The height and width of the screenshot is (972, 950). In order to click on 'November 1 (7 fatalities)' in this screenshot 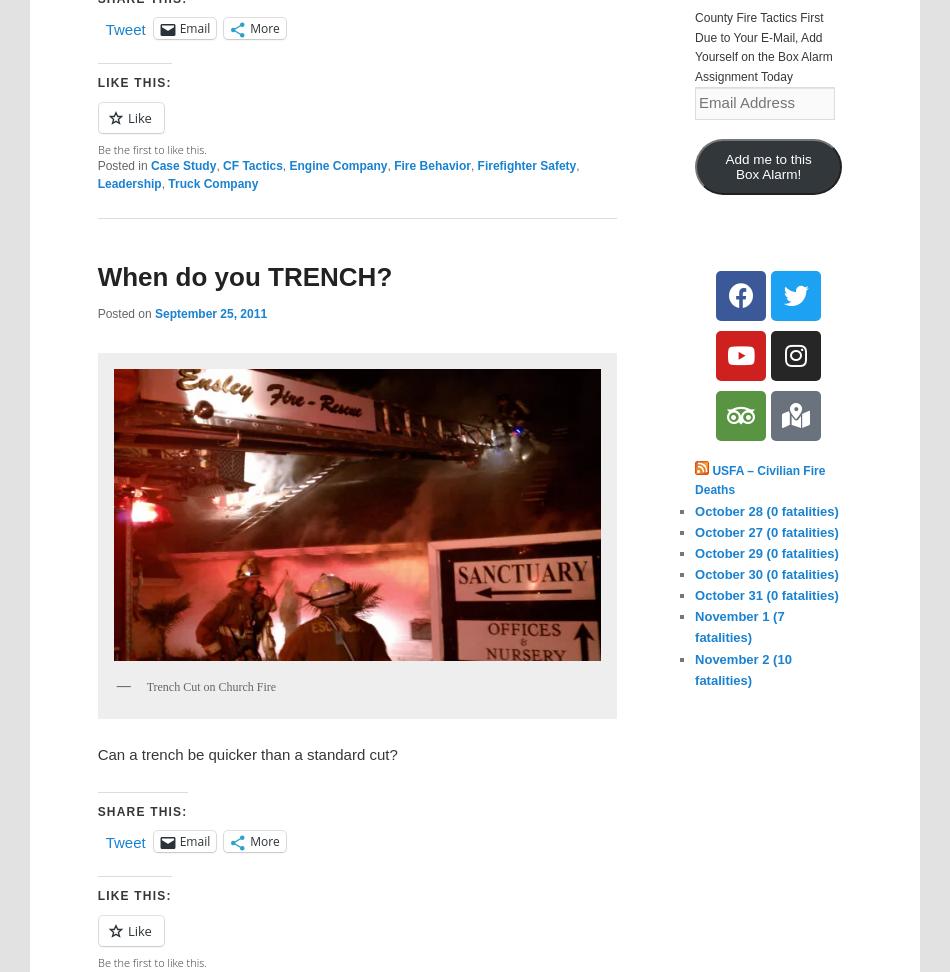, I will do `click(738, 627)`.